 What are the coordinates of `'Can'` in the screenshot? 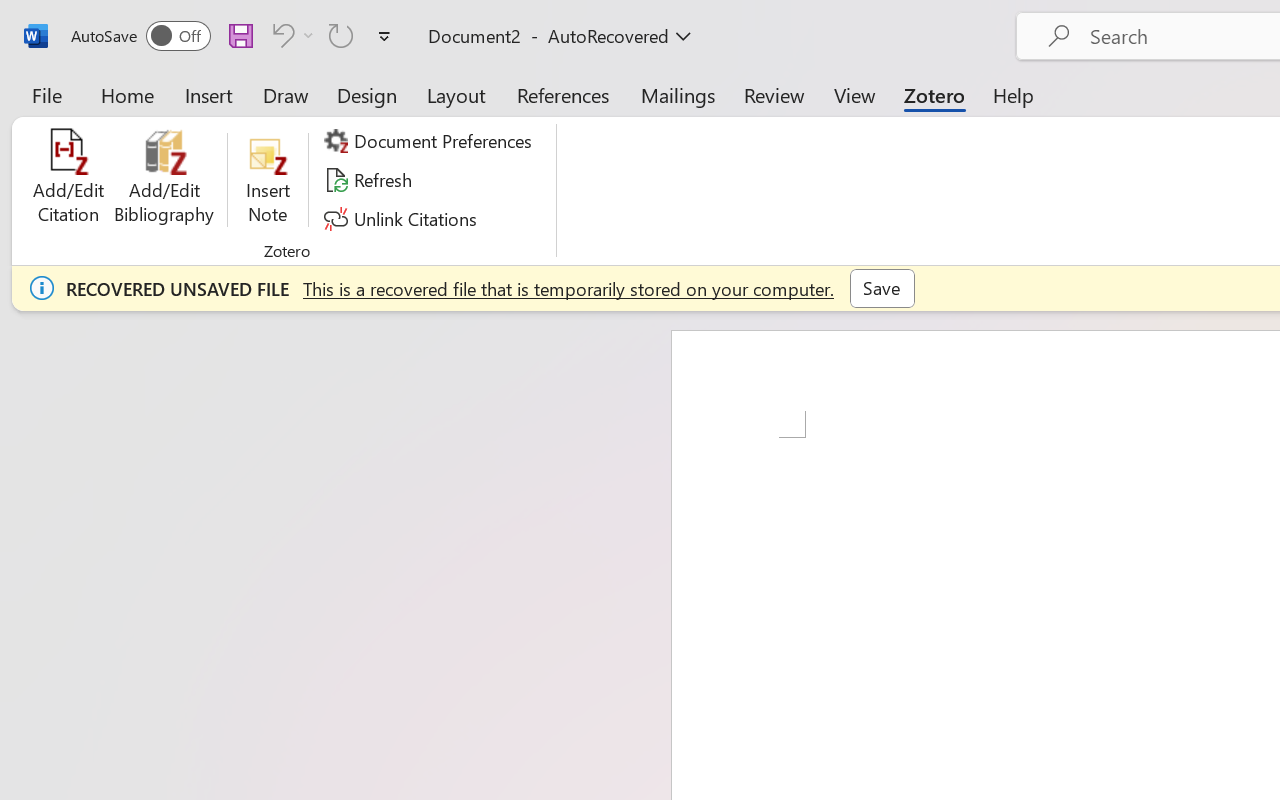 It's located at (341, 34).